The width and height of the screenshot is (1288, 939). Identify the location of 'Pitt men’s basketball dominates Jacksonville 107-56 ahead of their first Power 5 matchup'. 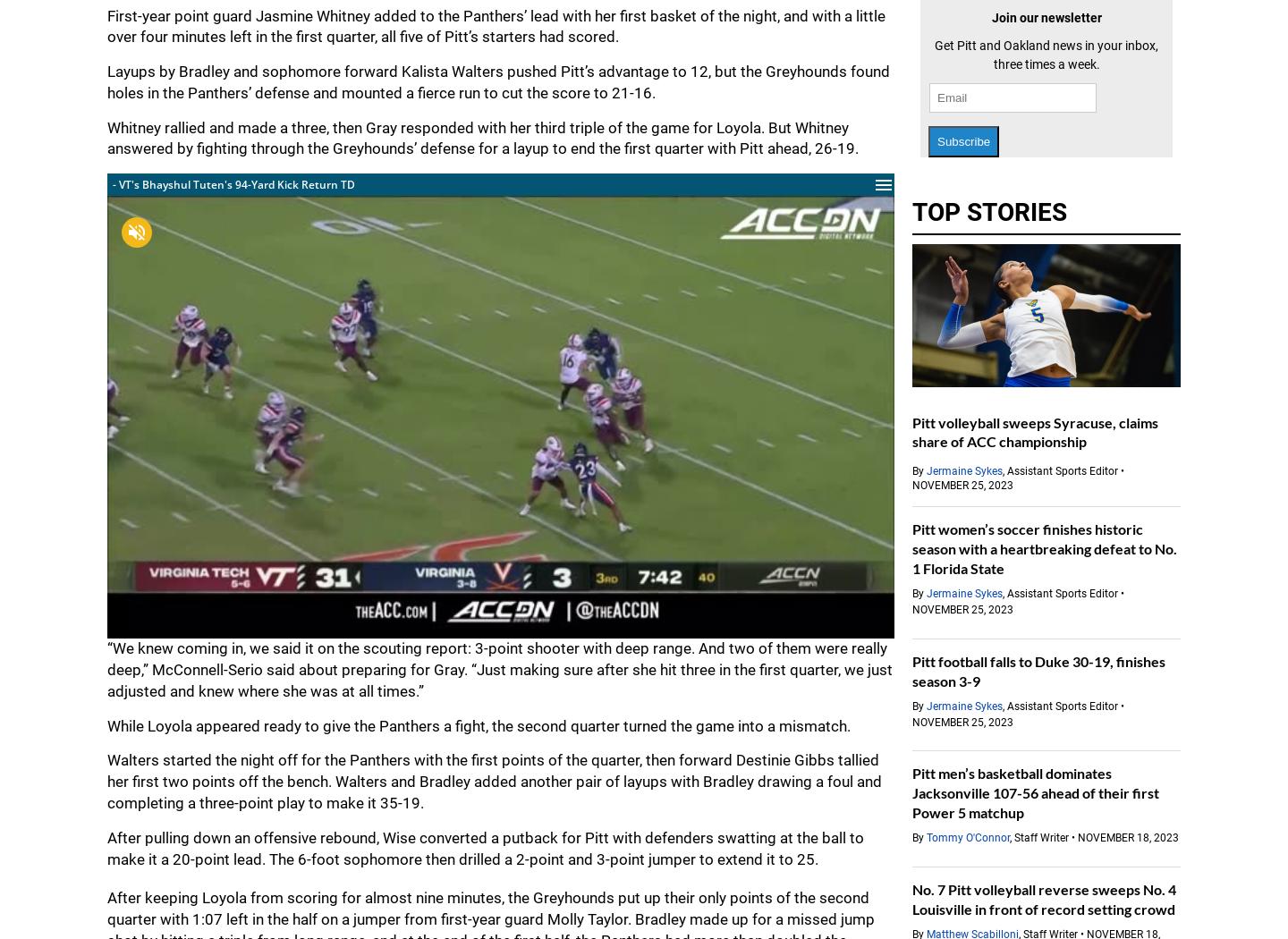
(1036, 791).